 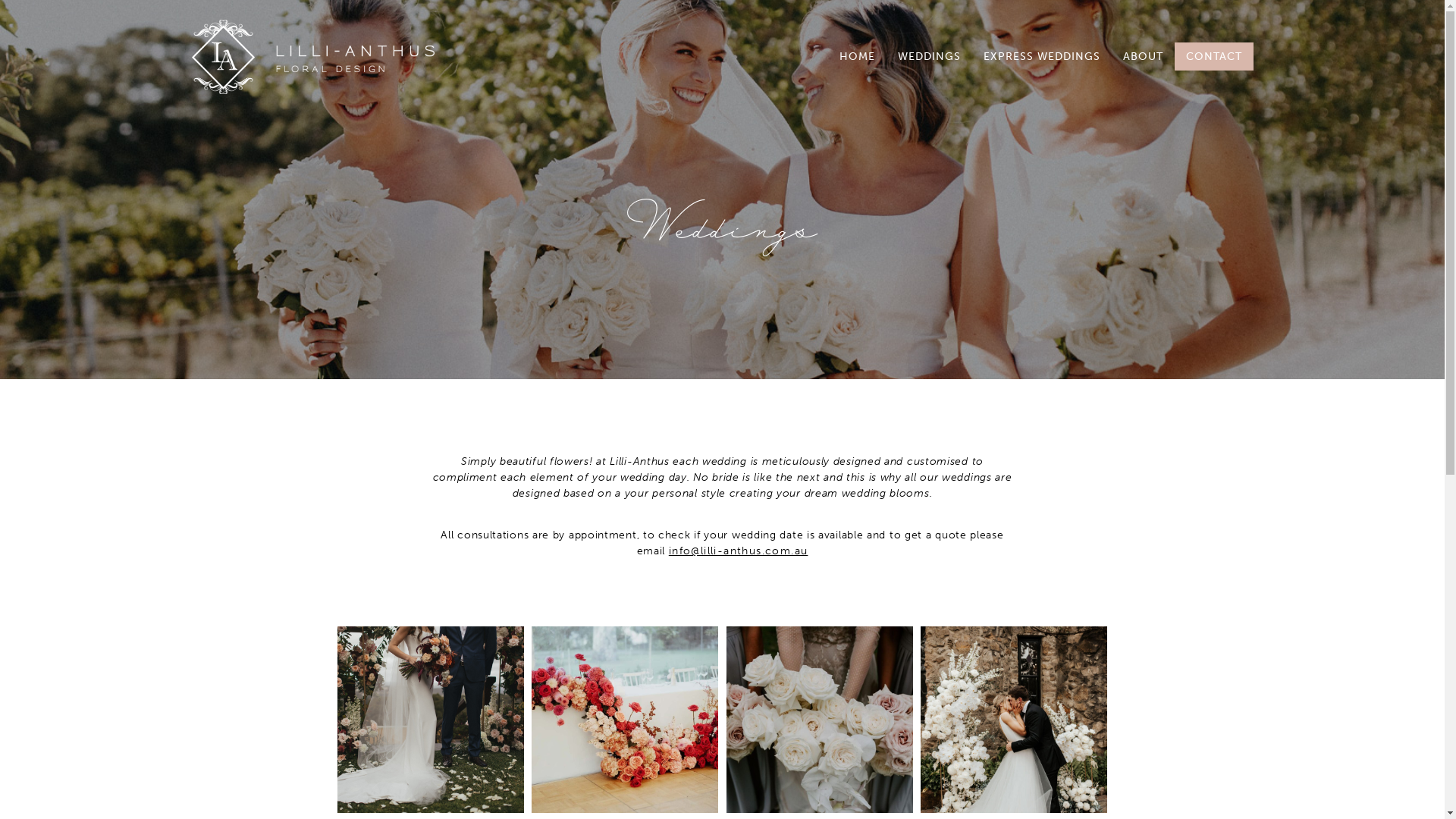 What do you see at coordinates (1143, 55) in the screenshot?
I see `'ABOUT'` at bounding box center [1143, 55].